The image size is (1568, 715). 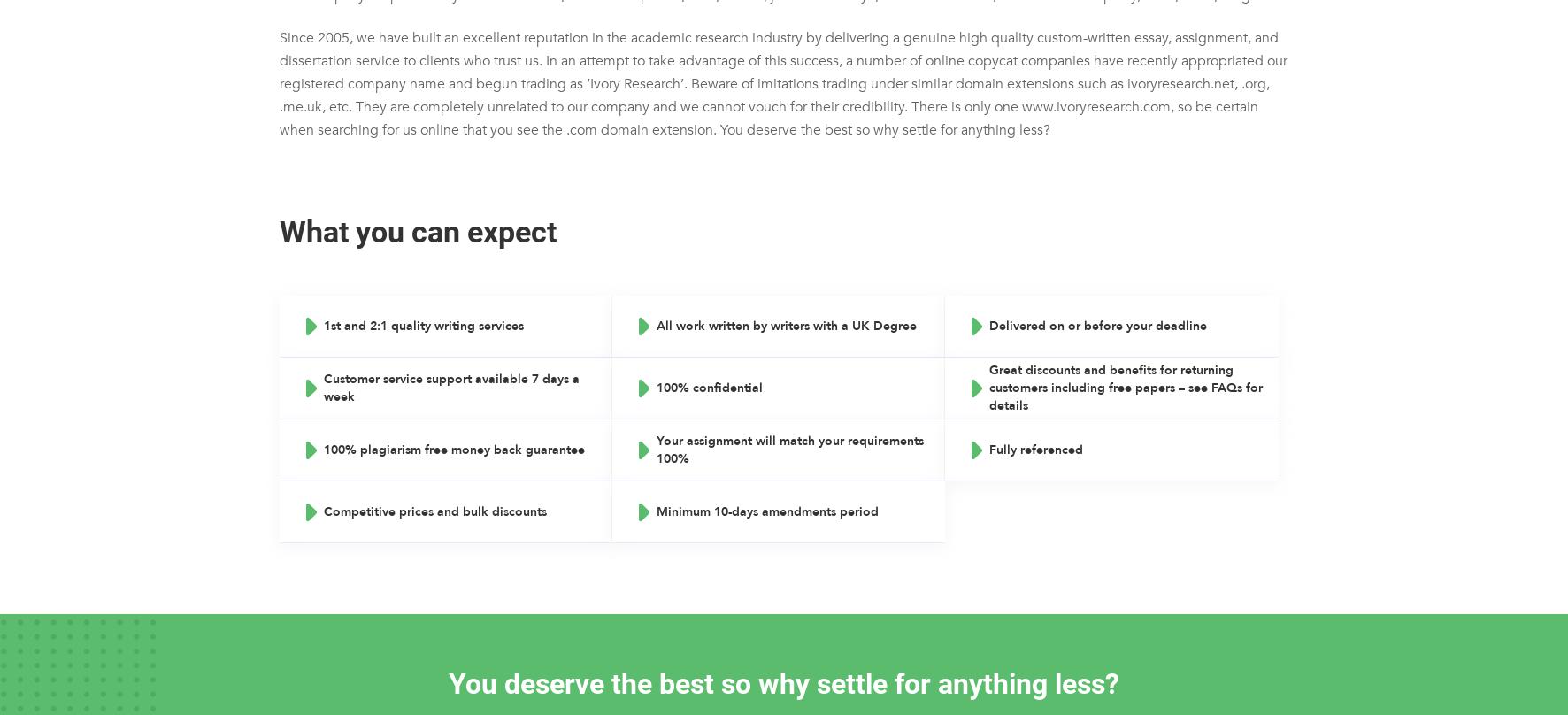 What do you see at coordinates (655, 184) in the screenshot?
I see `'Cover Letter Writing'` at bounding box center [655, 184].